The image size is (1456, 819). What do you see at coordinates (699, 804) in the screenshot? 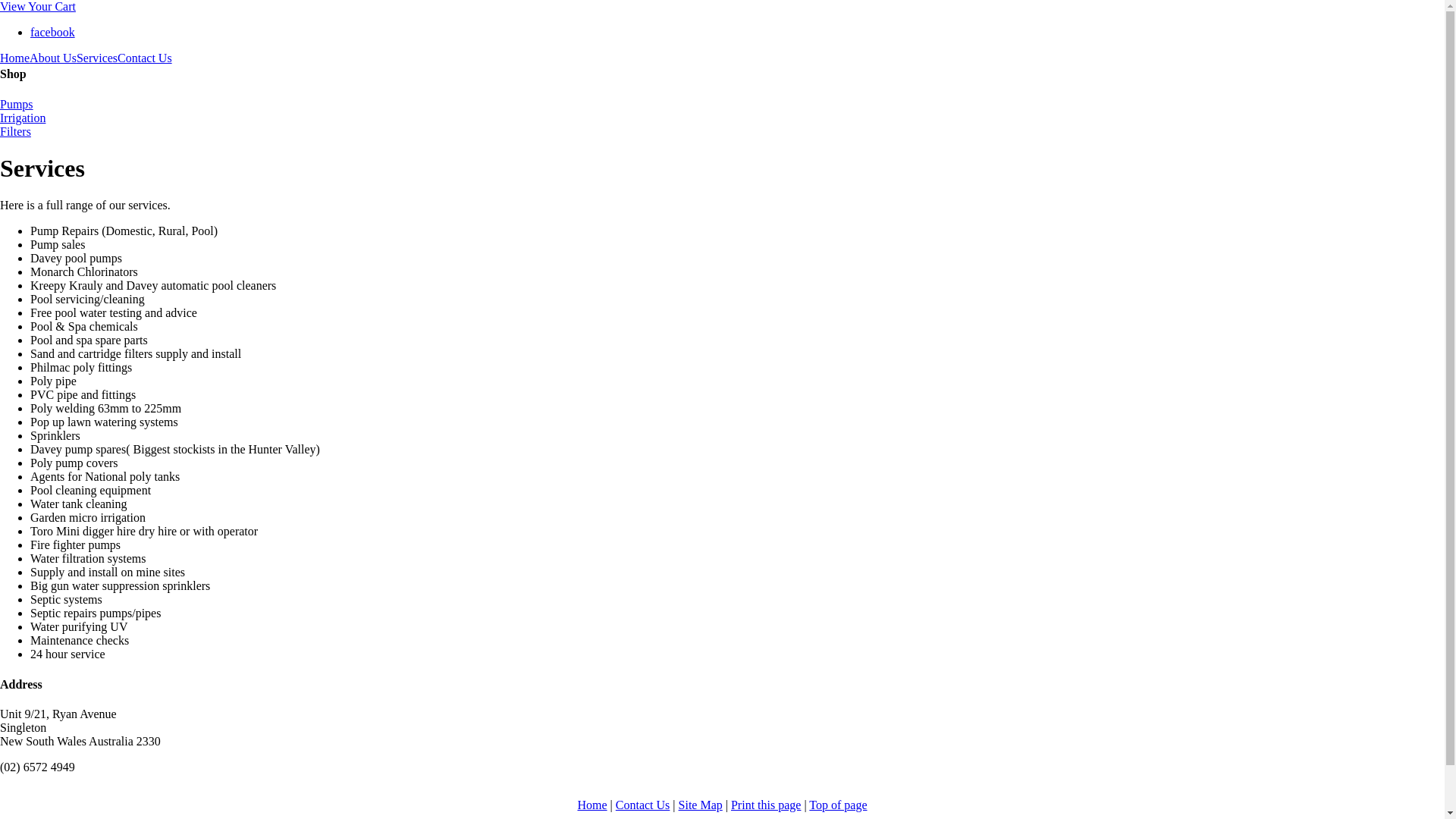
I see `'Site Map'` at bounding box center [699, 804].